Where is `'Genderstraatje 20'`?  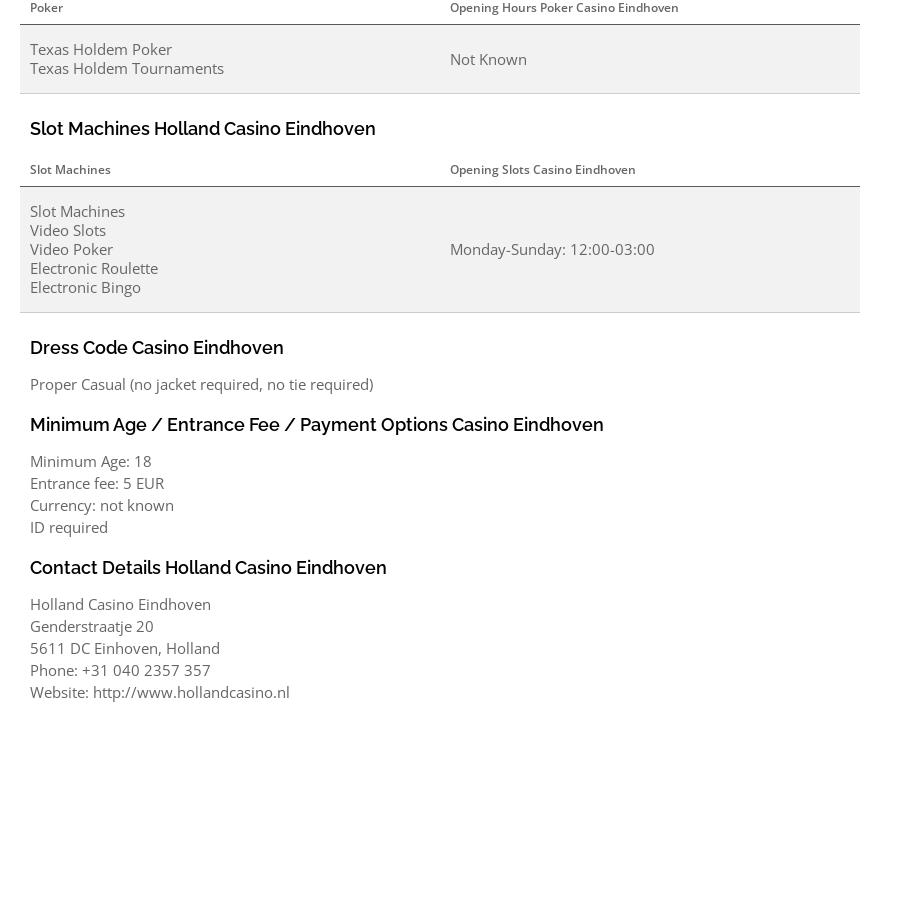 'Genderstraatje 20' is located at coordinates (90, 625).